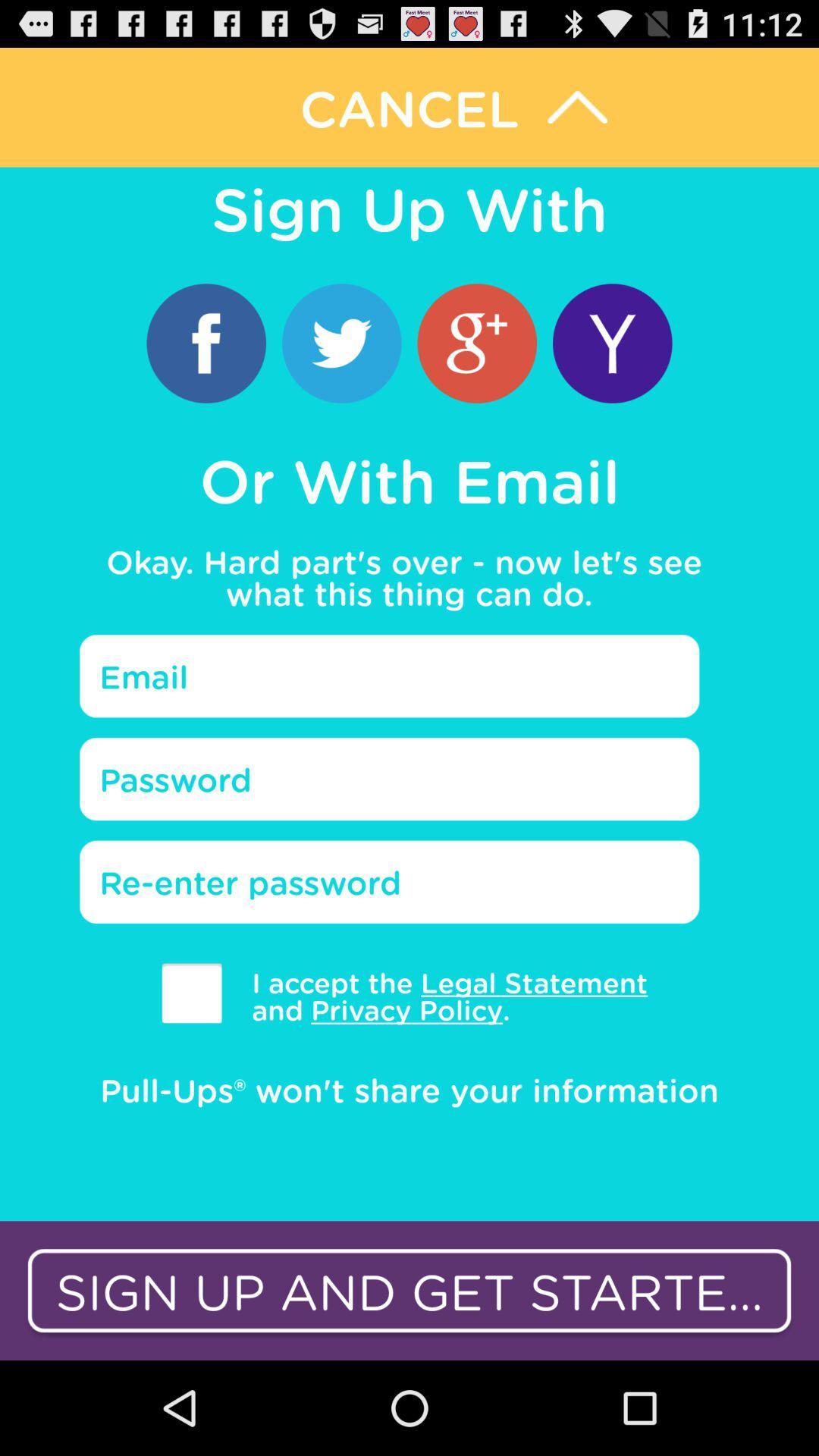  What do you see at coordinates (409, 1290) in the screenshot?
I see `the last button below the page` at bounding box center [409, 1290].